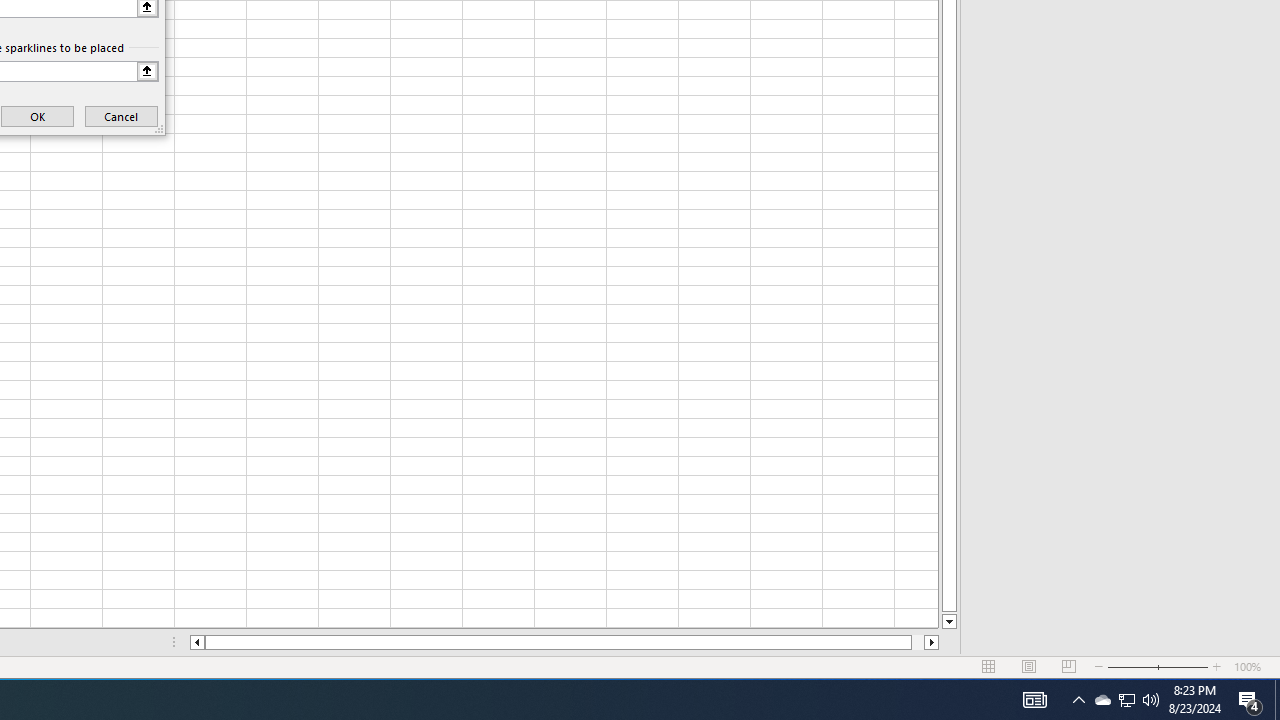 This screenshot has height=720, width=1280. Describe the element at coordinates (931, 642) in the screenshot. I see `'Column right'` at that location.